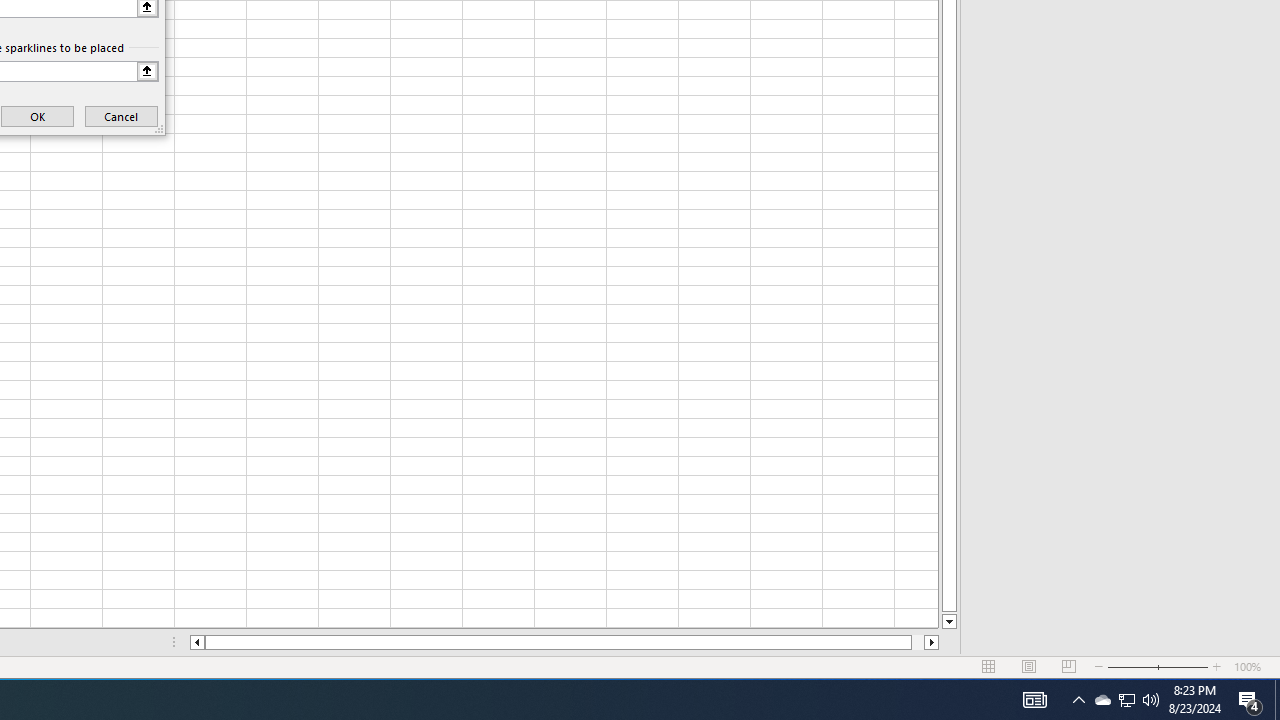 This screenshot has height=720, width=1280. Describe the element at coordinates (931, 642) in the screenshot. I see `'Column right'` at that location.